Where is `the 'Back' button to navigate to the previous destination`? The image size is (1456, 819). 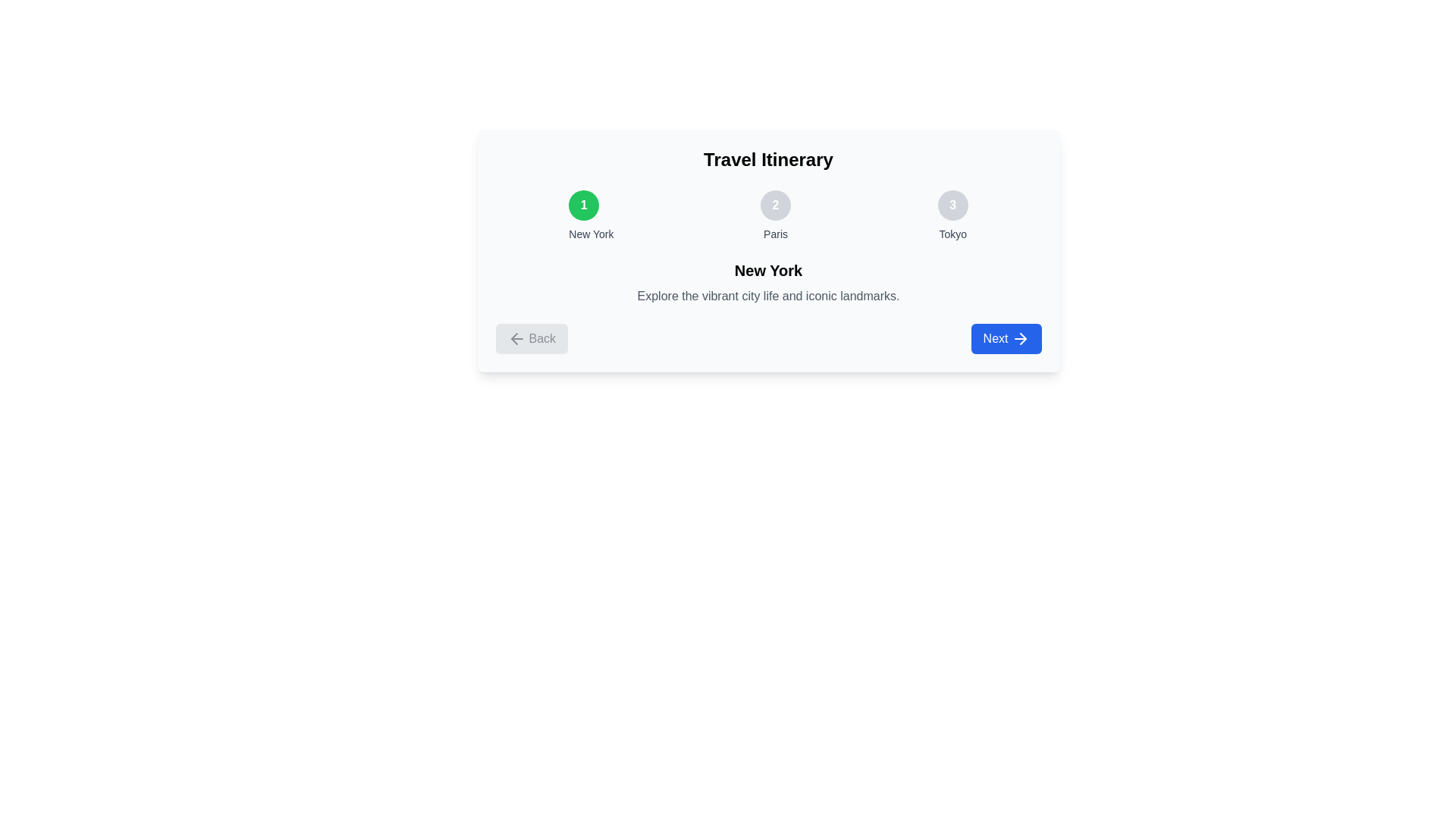
the 'Back' button to navigate to the previous destination is located at coordinates (532, 338).